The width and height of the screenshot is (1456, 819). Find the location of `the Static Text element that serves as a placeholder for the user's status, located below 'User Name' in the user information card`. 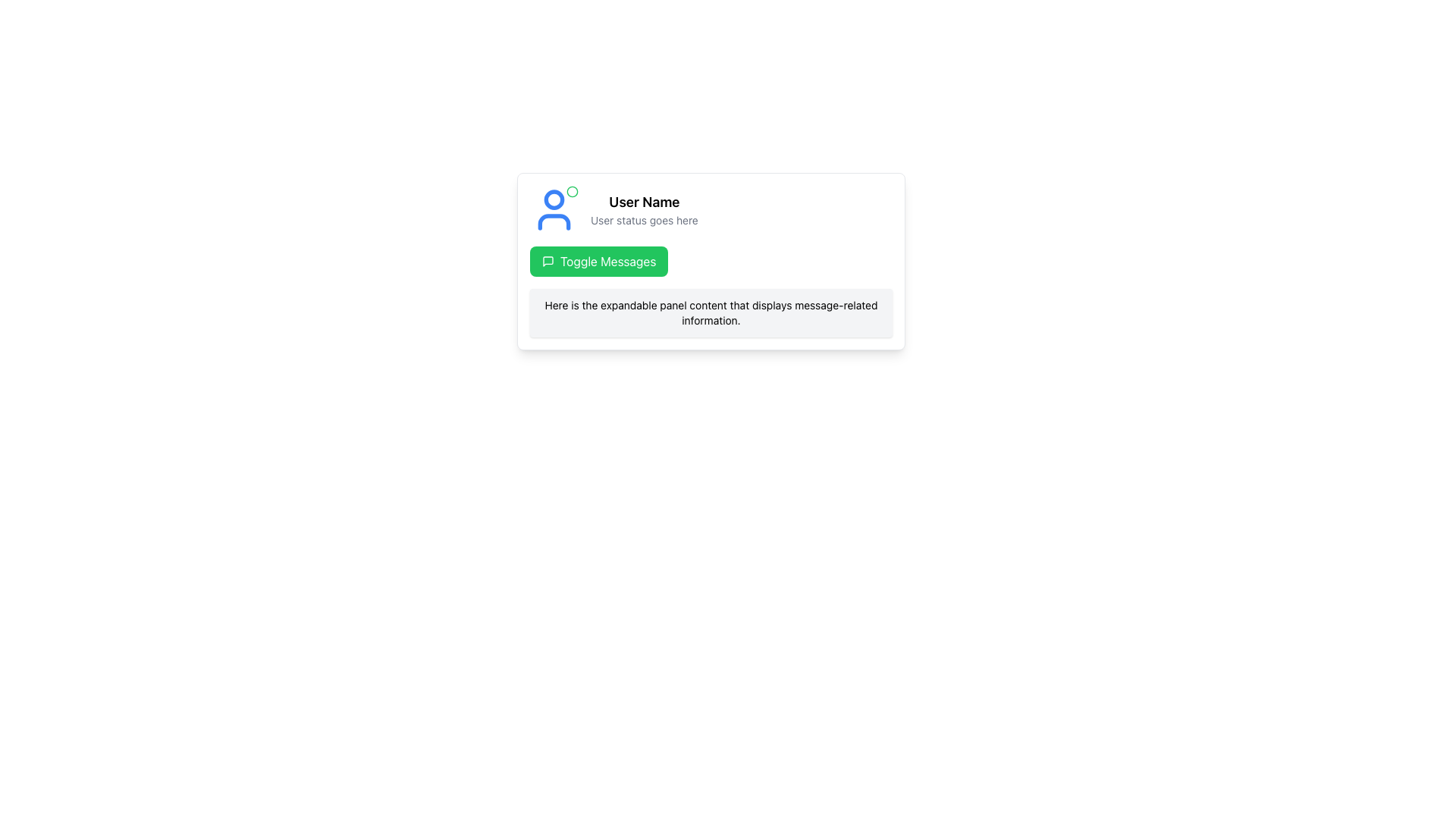

the Static Text element that serves as a placeholder for the user's status, located below 'User Name' in the user information card is located at coordinates (644, 220).